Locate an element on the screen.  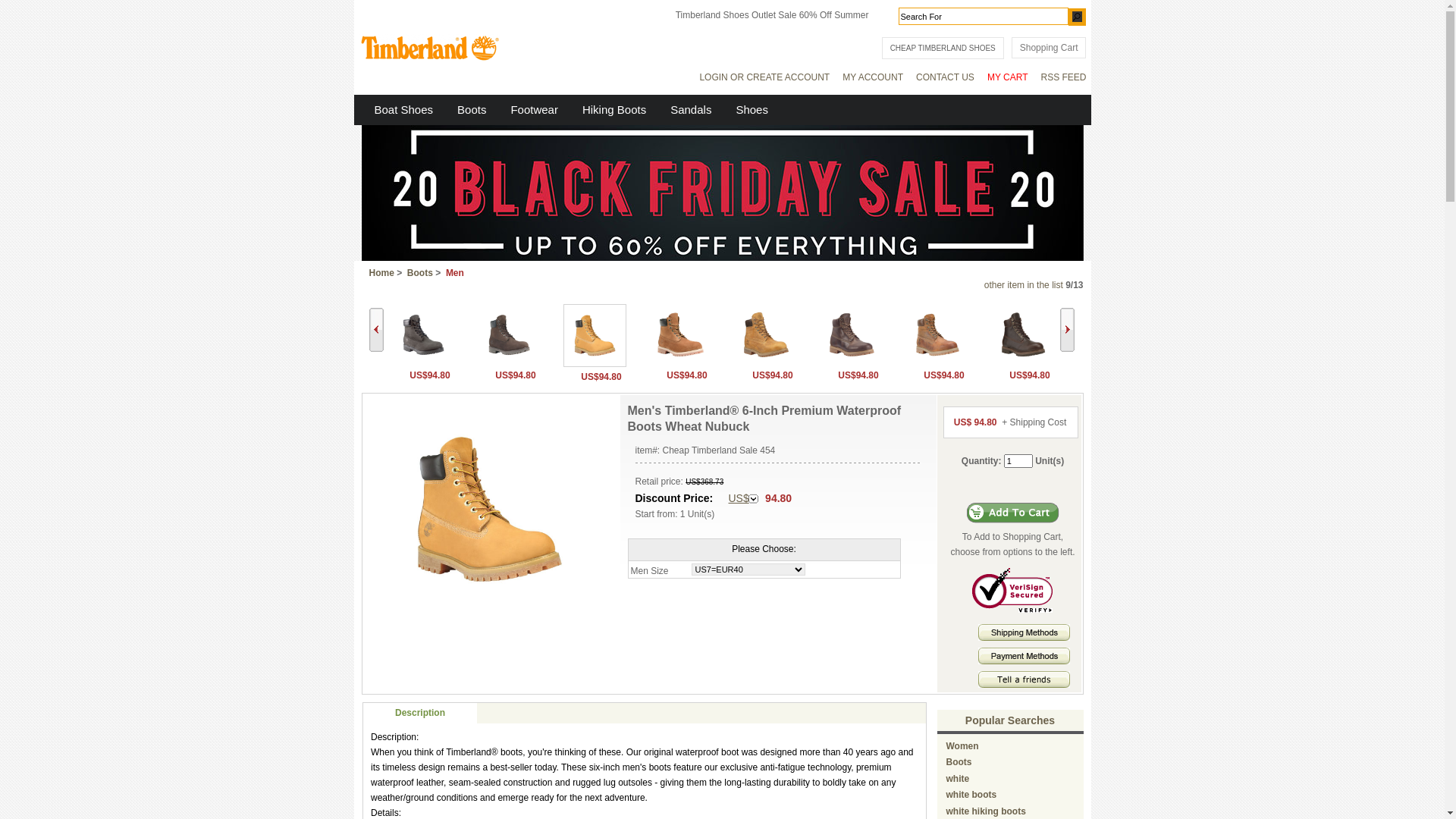
'RSS FEED' is located at coordinates (1062, 76).